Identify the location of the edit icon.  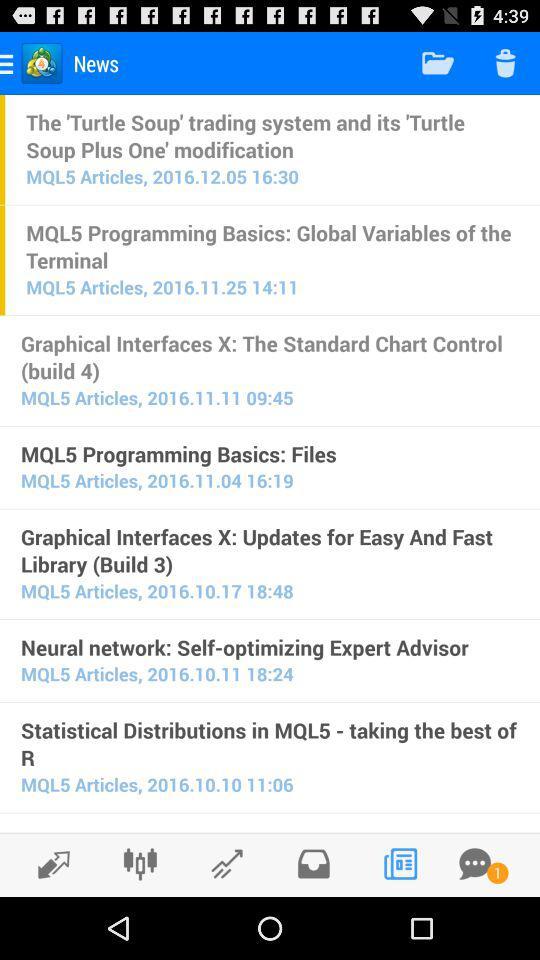
(226, 924).